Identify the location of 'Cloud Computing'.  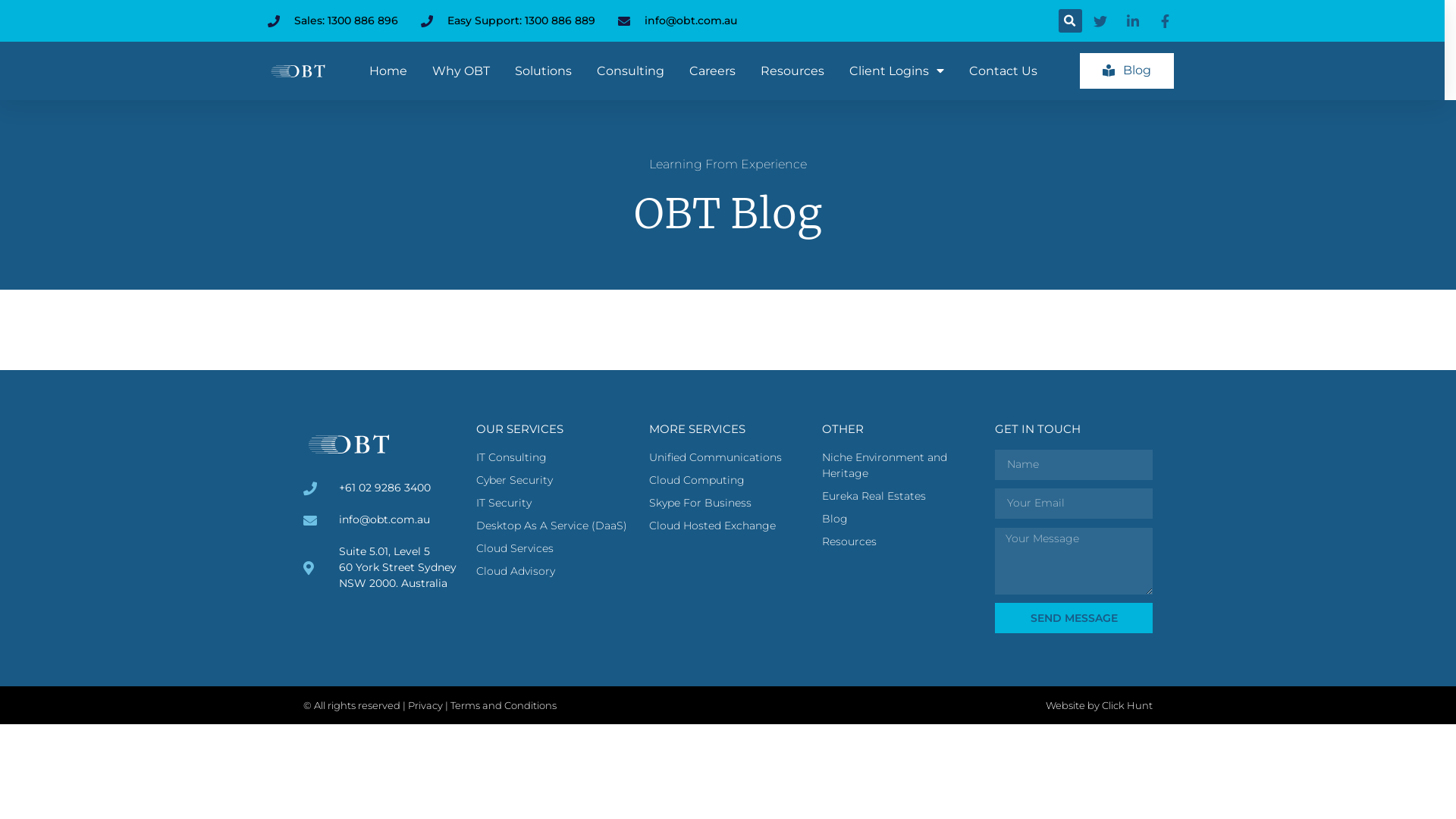
(728, 480).